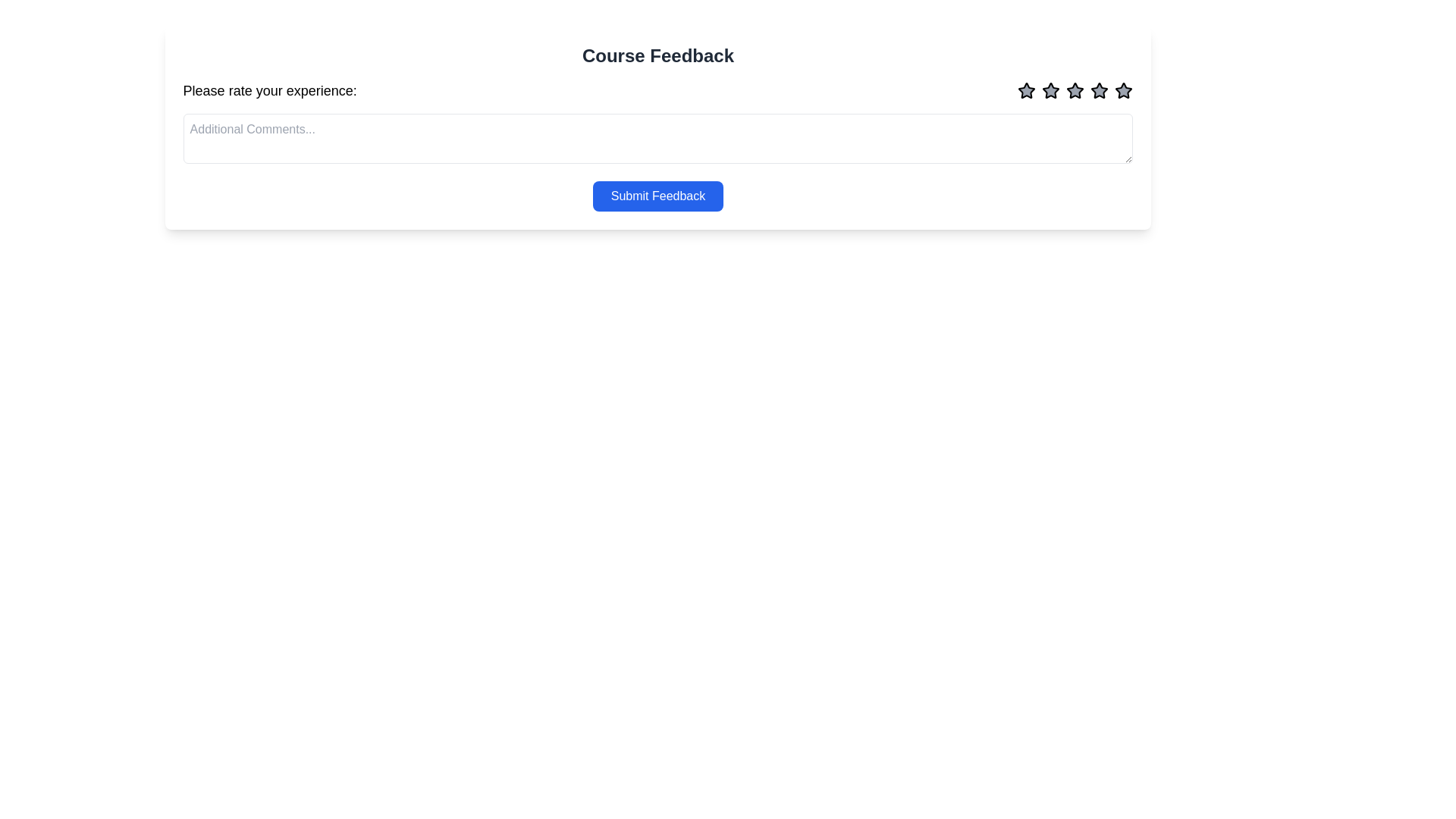 This screenshot has width=1456, height=819. I want to click on the first star icon in the Course Feedback section, so click(1026, 90).